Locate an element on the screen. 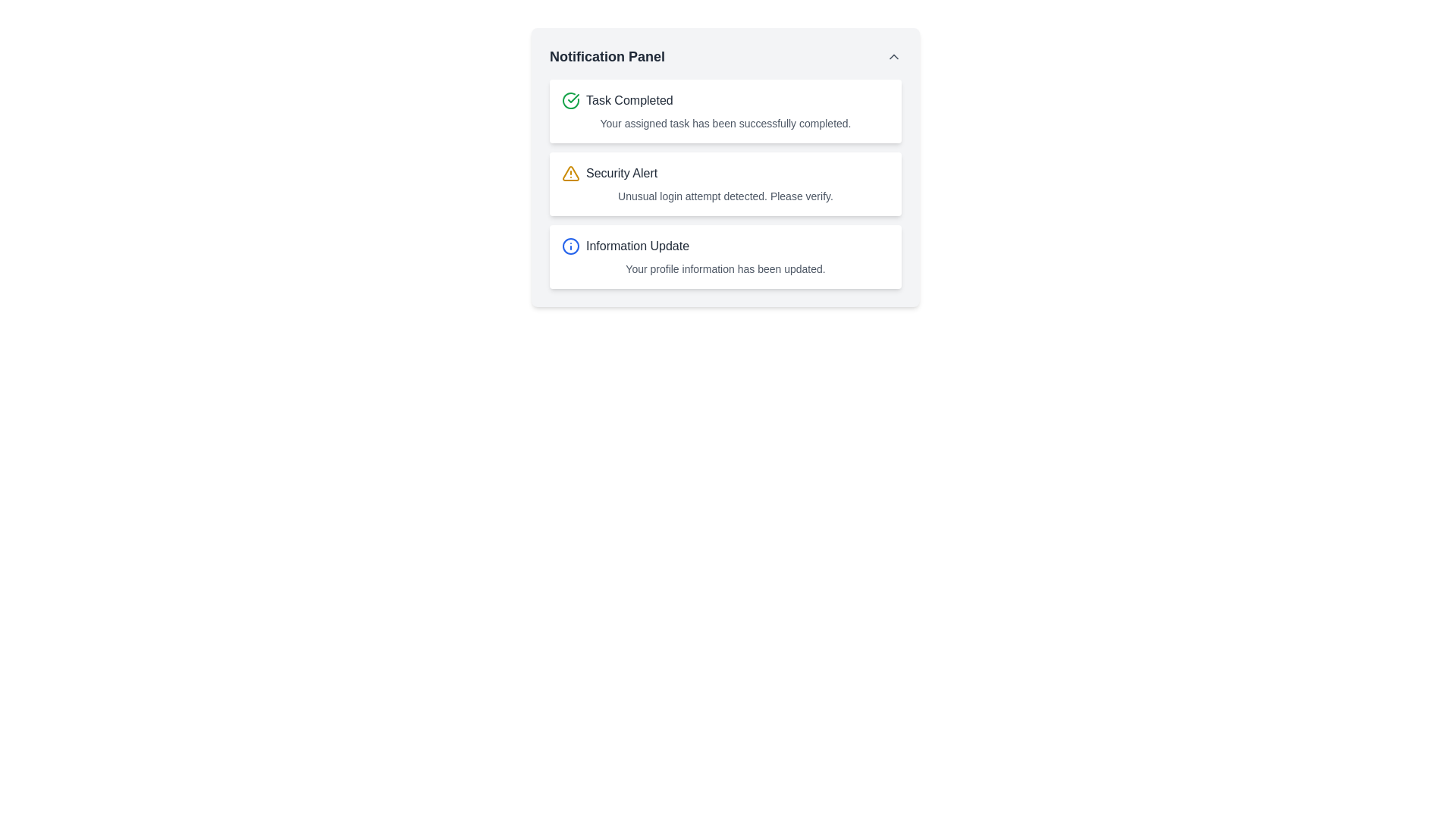 This screenshot has width=1456, height=819. the 'Task Completed' text label, which is displayed in a medium-sized bold gray font and is centrally placed in the notification list is located at coordinates (629, 100).